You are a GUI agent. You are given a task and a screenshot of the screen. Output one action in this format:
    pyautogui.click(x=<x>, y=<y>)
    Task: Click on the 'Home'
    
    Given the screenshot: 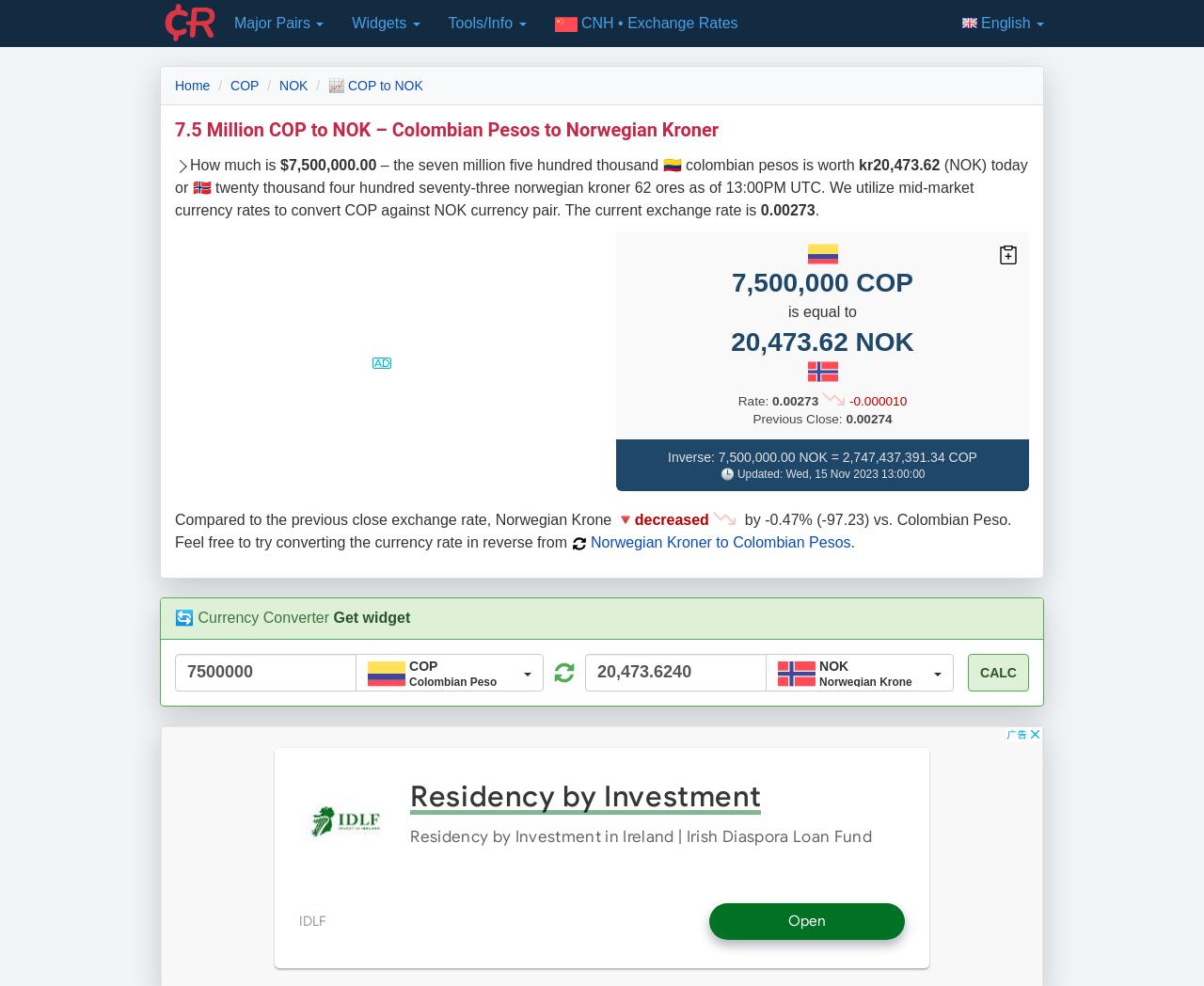 What is the action you would take?
    pyautogui.click(x=192, y=84)
    